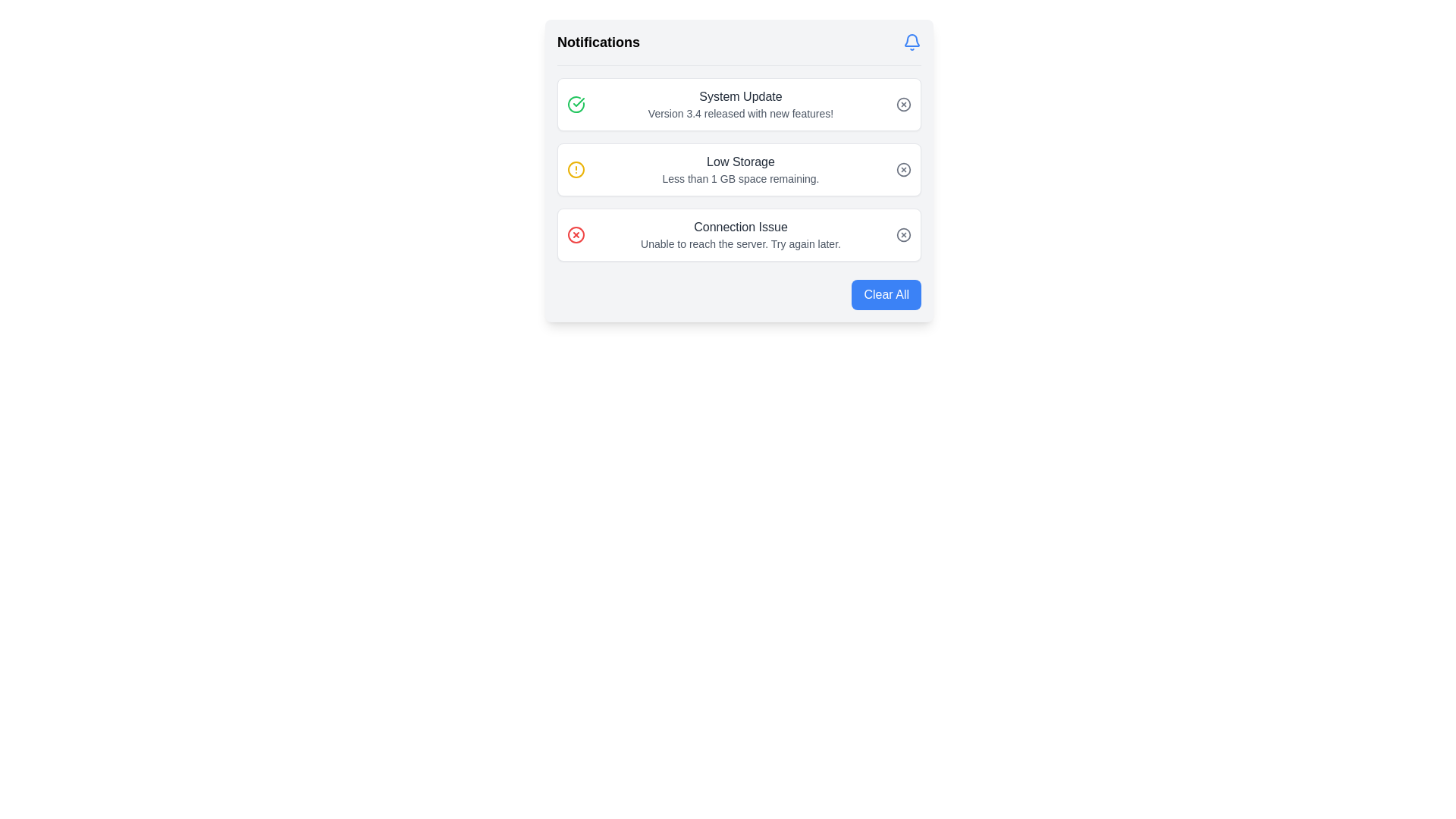  Describe the element at coordinates (741, 104) in the screenshot. I see `the text component titled 'System Update' which contains the description 'Version 3.4 released with new features!' in the notification box` at that location.